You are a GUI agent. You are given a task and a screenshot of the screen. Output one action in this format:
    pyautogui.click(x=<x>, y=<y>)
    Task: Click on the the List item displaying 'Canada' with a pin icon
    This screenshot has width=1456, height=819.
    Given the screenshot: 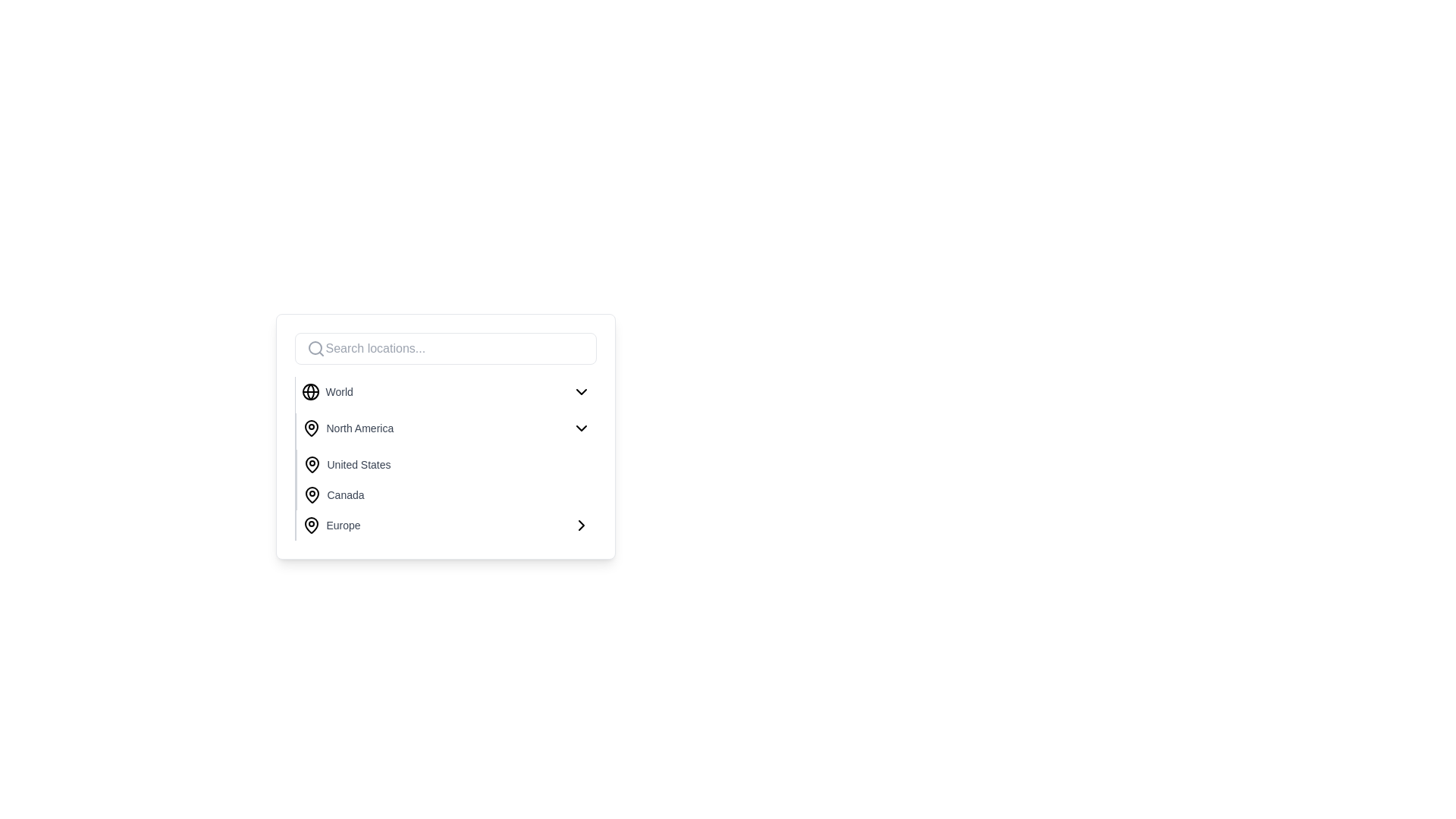 What is the action you would take?
    pyautogui.click(x=333, y=494)
    